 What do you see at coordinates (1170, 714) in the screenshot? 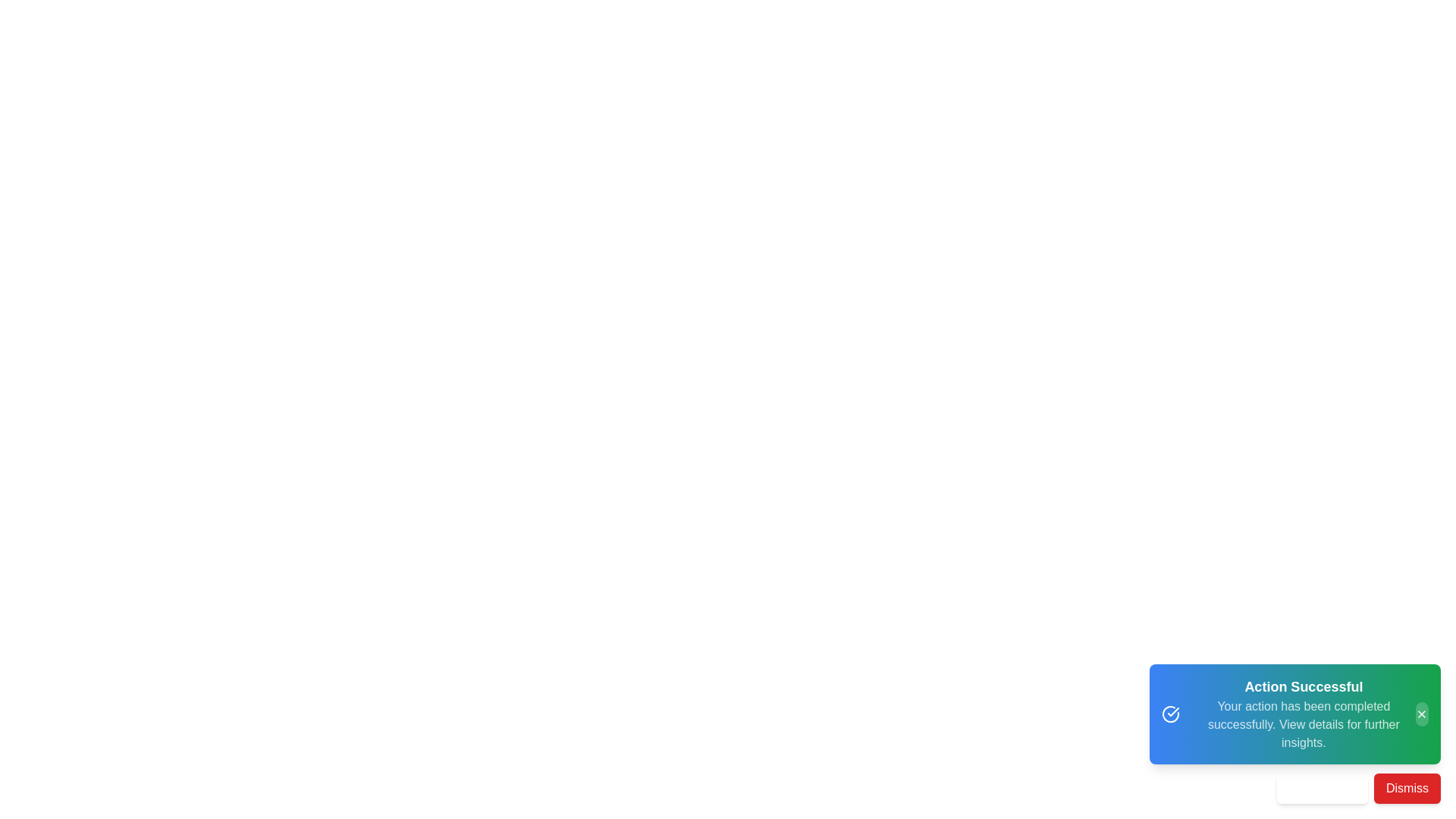
I see `the success icon to observe its details` at bounding box center [1170, 714].